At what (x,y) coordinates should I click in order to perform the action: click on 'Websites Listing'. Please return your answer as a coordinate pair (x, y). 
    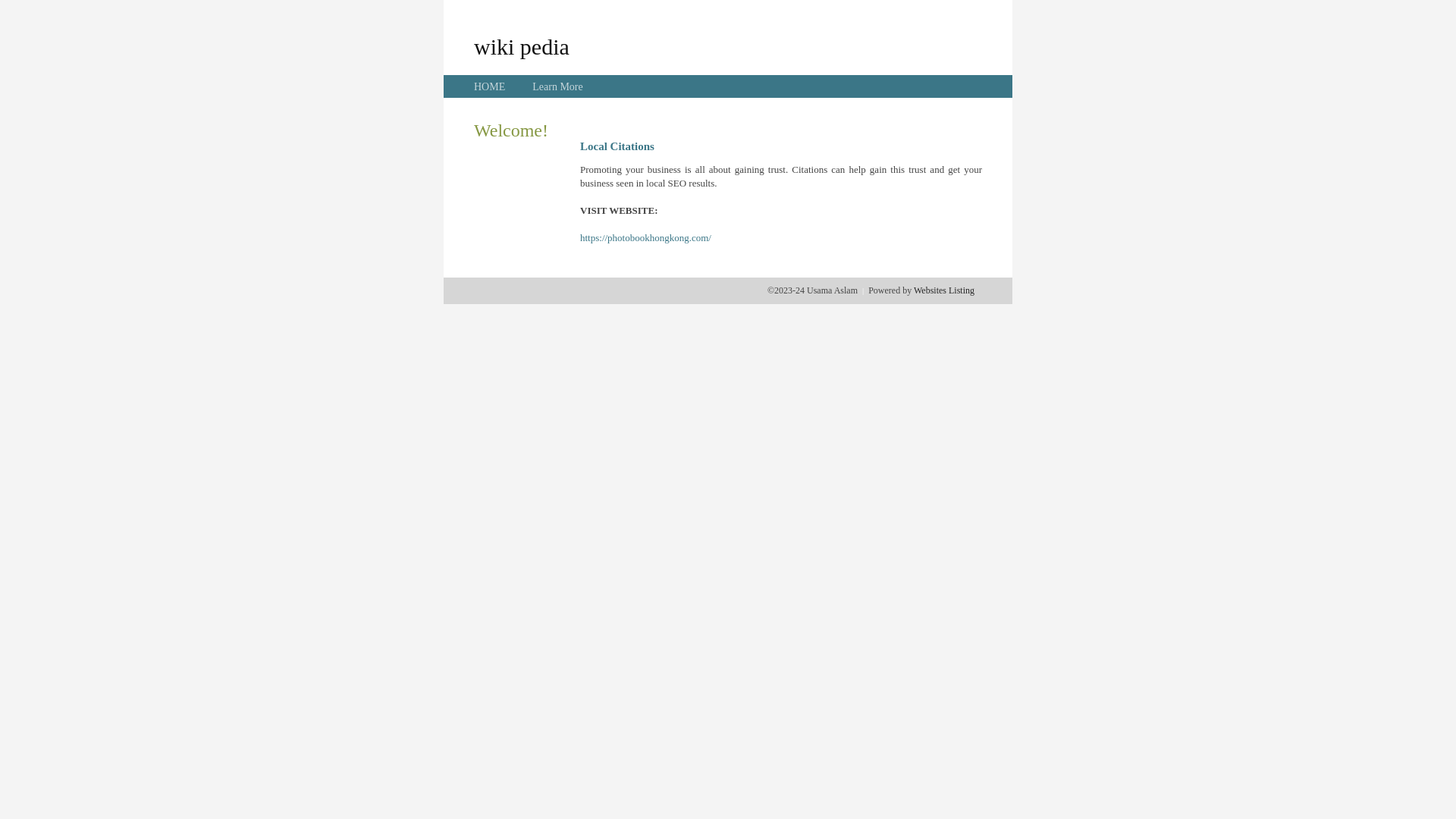
    Looking at the image, I should click on (943, 290).